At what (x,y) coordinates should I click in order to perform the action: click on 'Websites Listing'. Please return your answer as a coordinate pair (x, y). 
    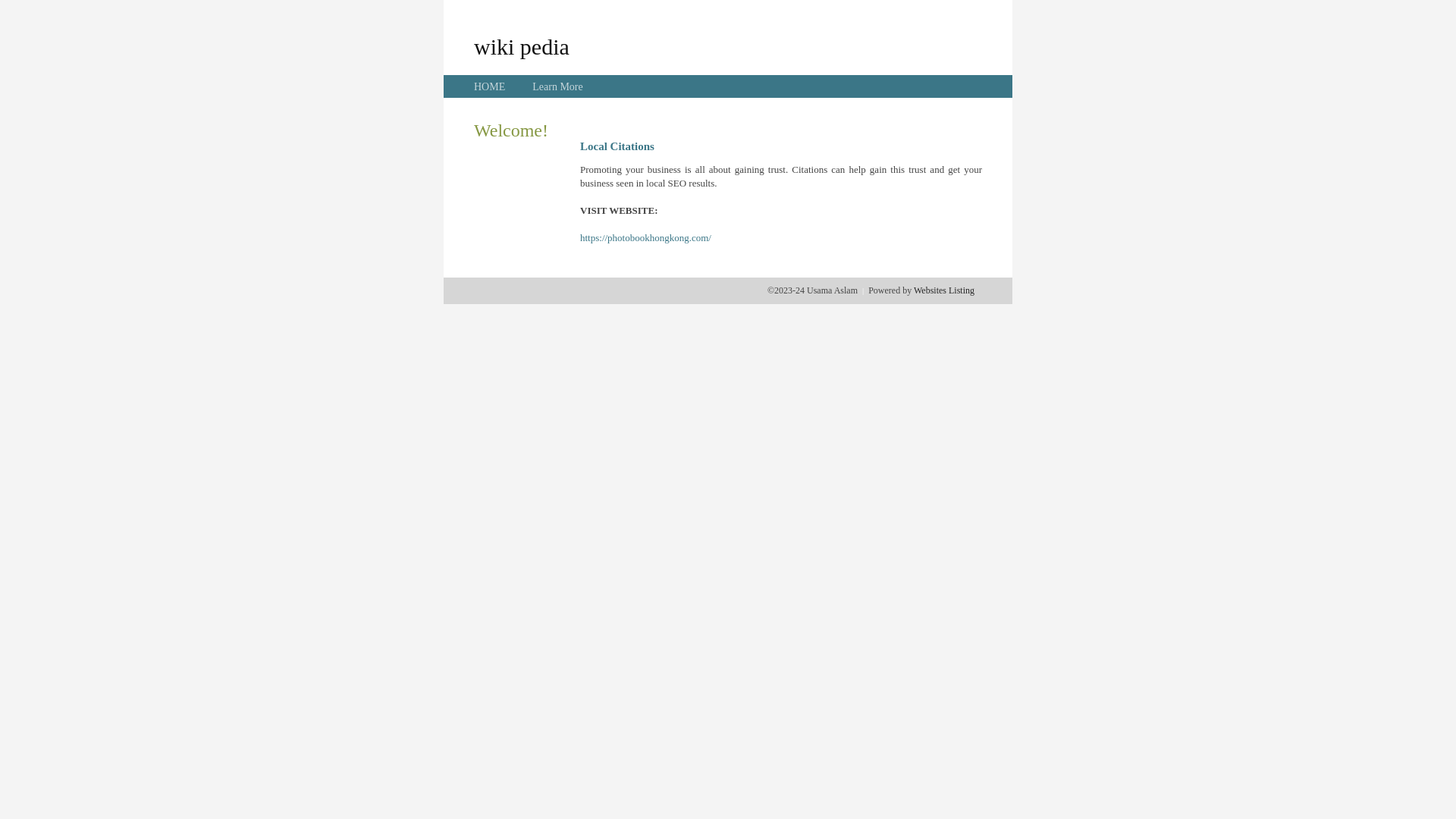
    Looking at the image, I should click on (943, 290).